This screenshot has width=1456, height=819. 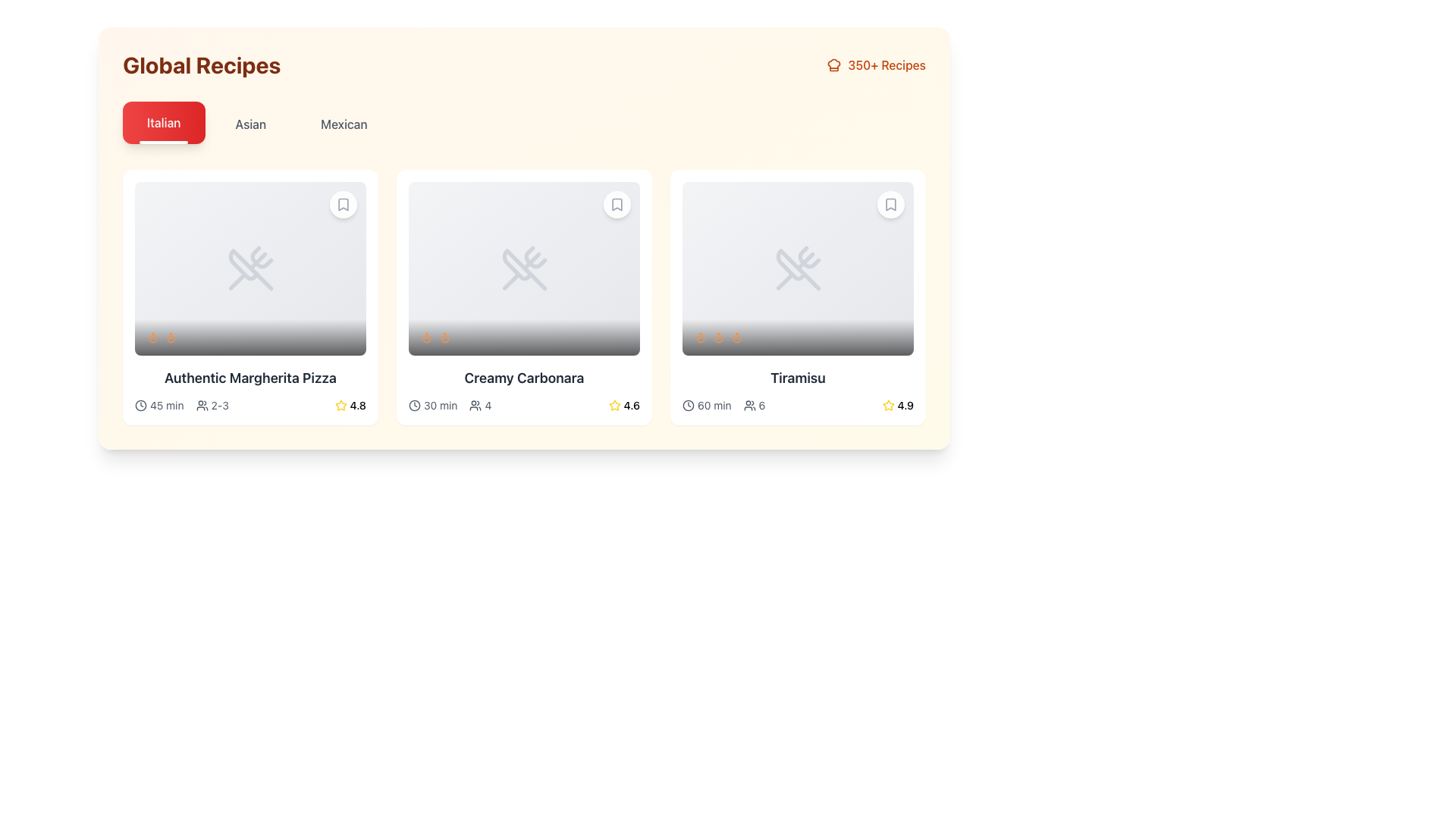 What do you see at coordinates (898, 404) in the screenshot?
I see `rating value '4.9' from the Rating indicator, which is represented by a numerical text styled with a medium-weight font and a yellow star icon on the 'Tiramisu' card in the third column of the recipe cards list` at bounding box center [898, 404].